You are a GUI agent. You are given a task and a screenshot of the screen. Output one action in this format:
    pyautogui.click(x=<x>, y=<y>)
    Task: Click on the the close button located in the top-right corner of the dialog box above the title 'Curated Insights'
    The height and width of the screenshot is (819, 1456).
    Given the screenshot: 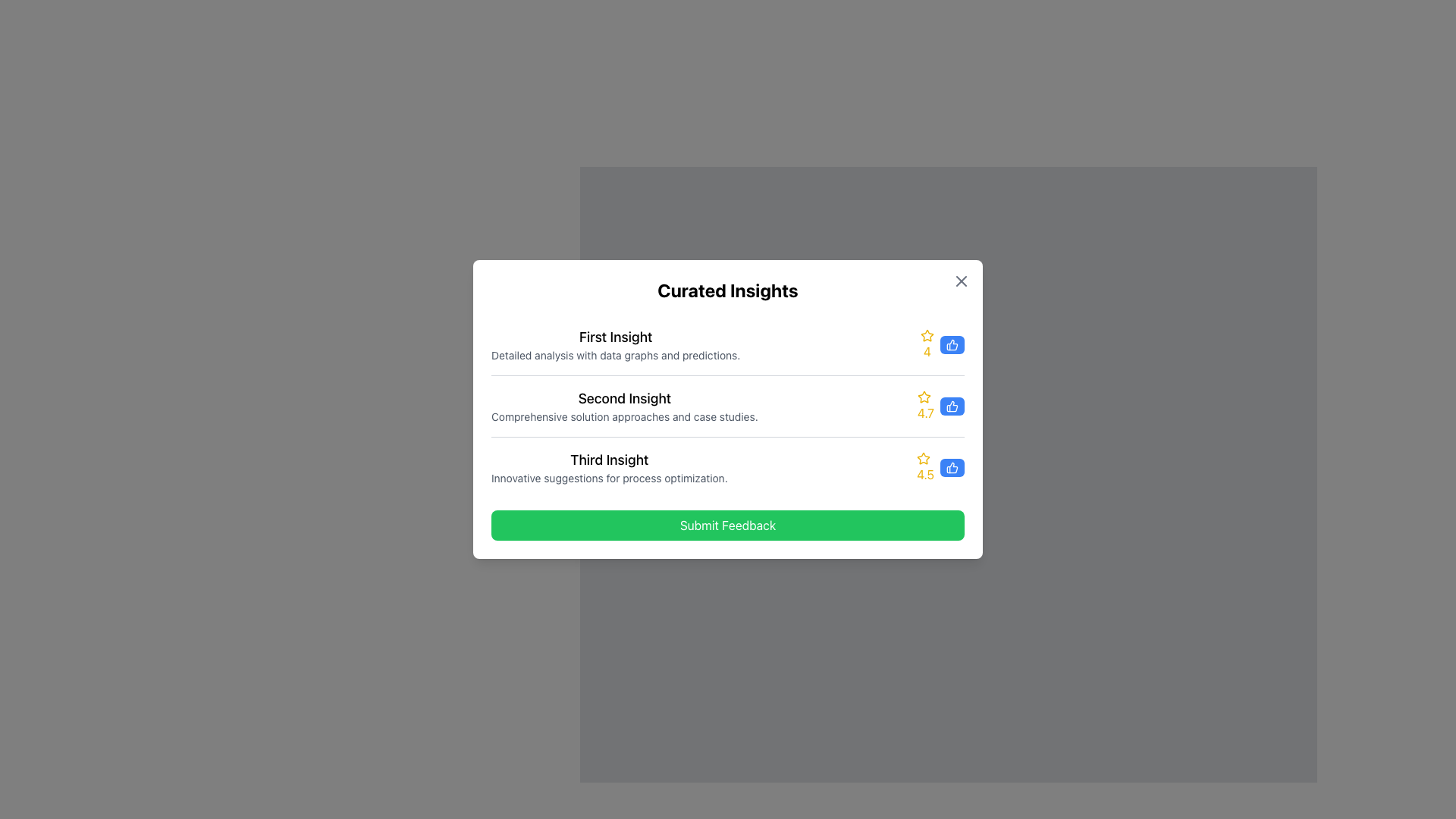 What is the action you would take?
    pyautogui.click(x=960, y=281)
    